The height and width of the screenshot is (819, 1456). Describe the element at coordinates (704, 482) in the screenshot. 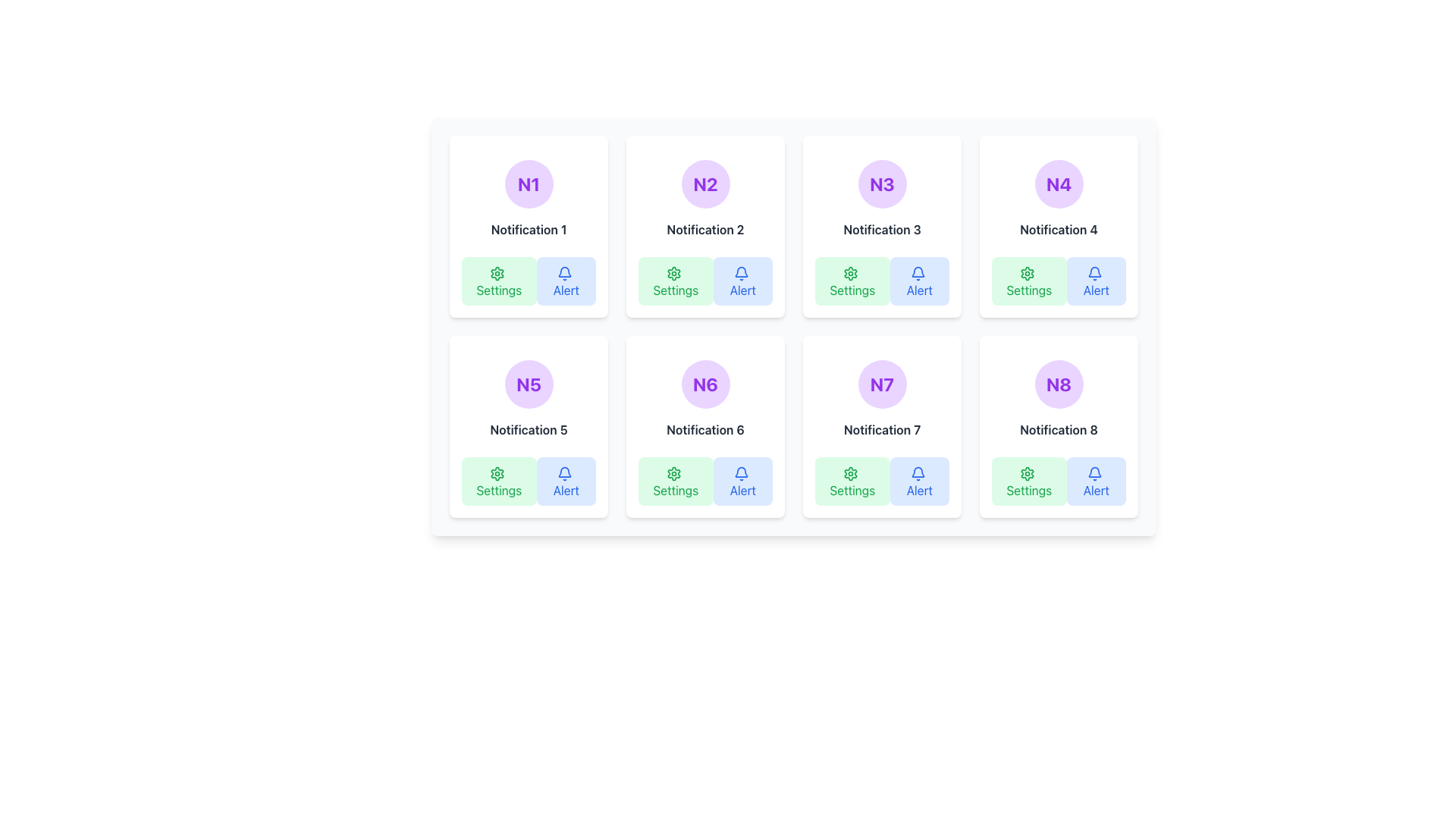

I see `the first button in the row of two buttons within the 'Notification 6' card` at that location.